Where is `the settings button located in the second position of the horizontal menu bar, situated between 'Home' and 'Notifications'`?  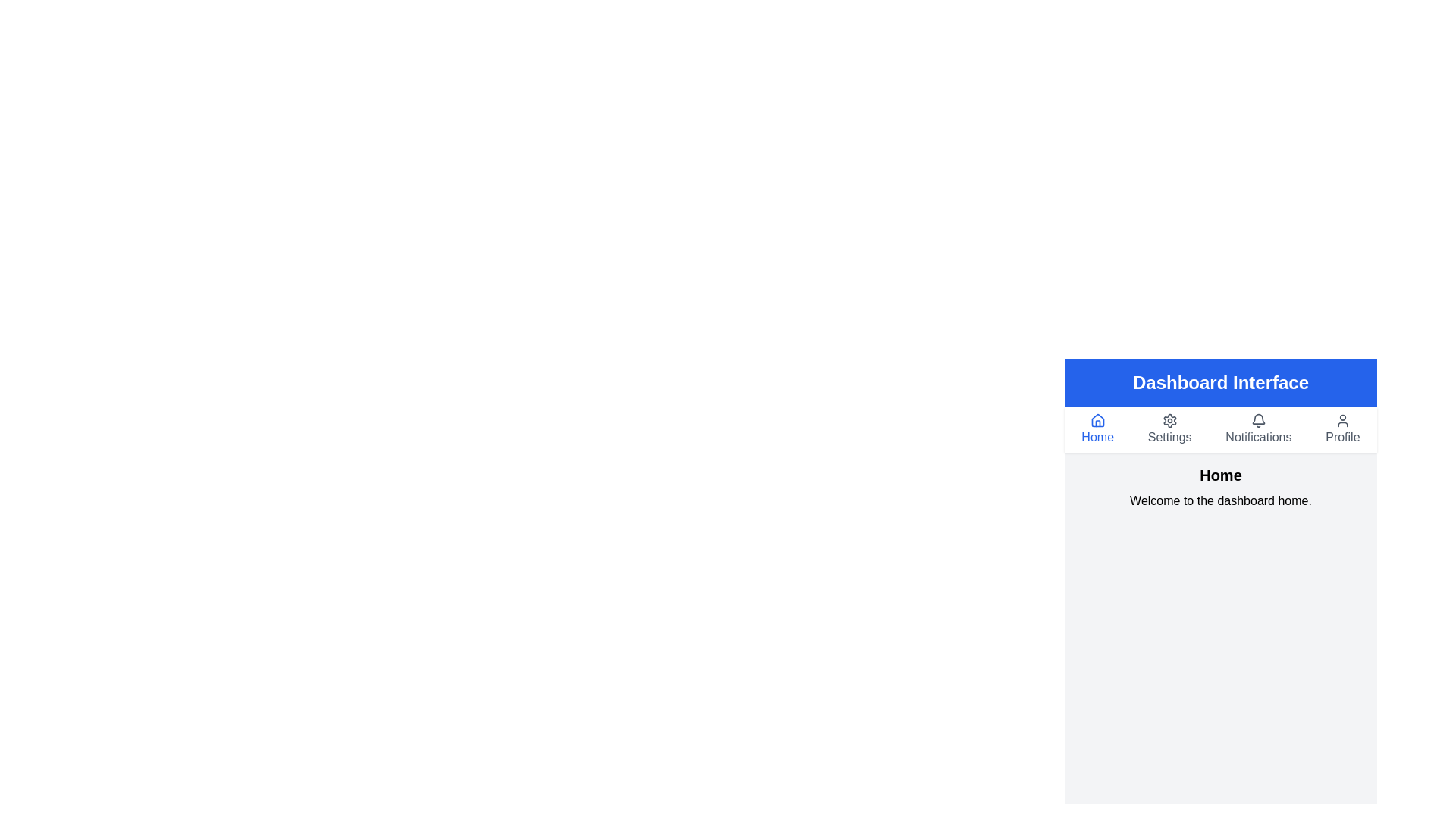
the settings button located in the second position of the horizontal menu bar, situated between 'Home' and 'Notifications' is located at coordinates (1169, 430).